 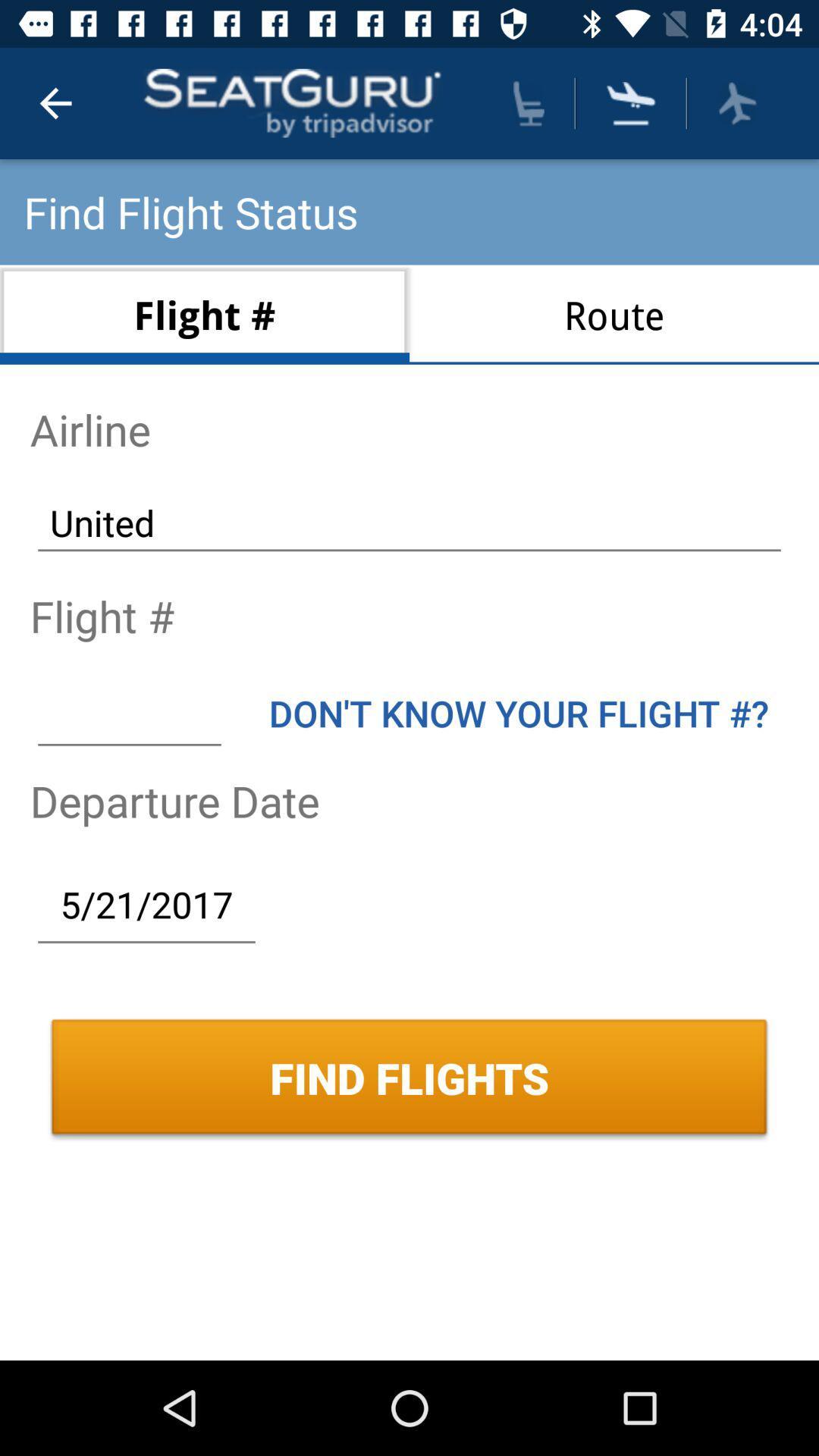 I want to click on the icon above the find flights icon, so click(x=146, y=904).